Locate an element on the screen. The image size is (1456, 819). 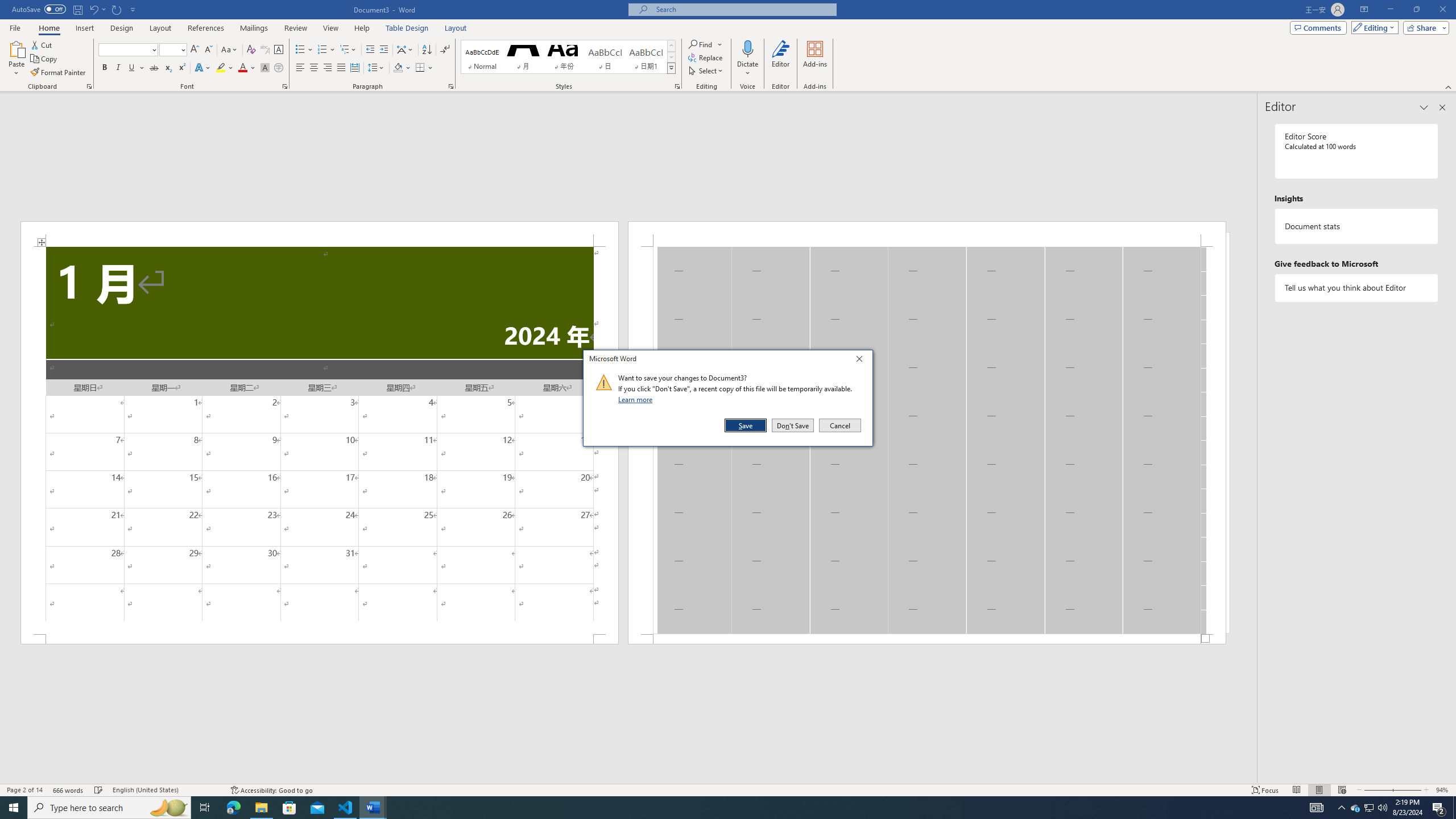
'Subscript' is located at coordinates (167, 67).